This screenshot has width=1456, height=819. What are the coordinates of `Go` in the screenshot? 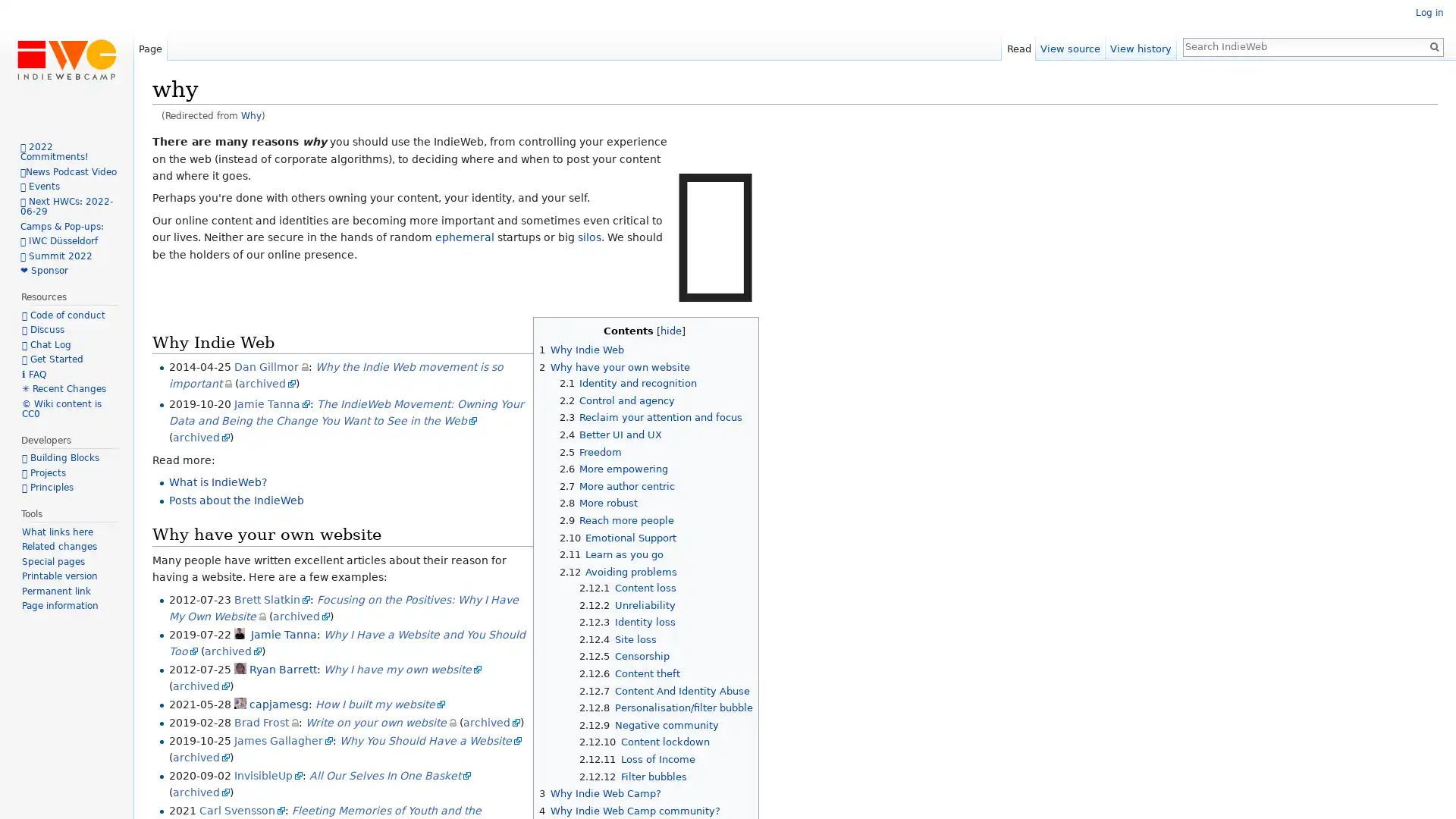 It's located at (1433, 45).